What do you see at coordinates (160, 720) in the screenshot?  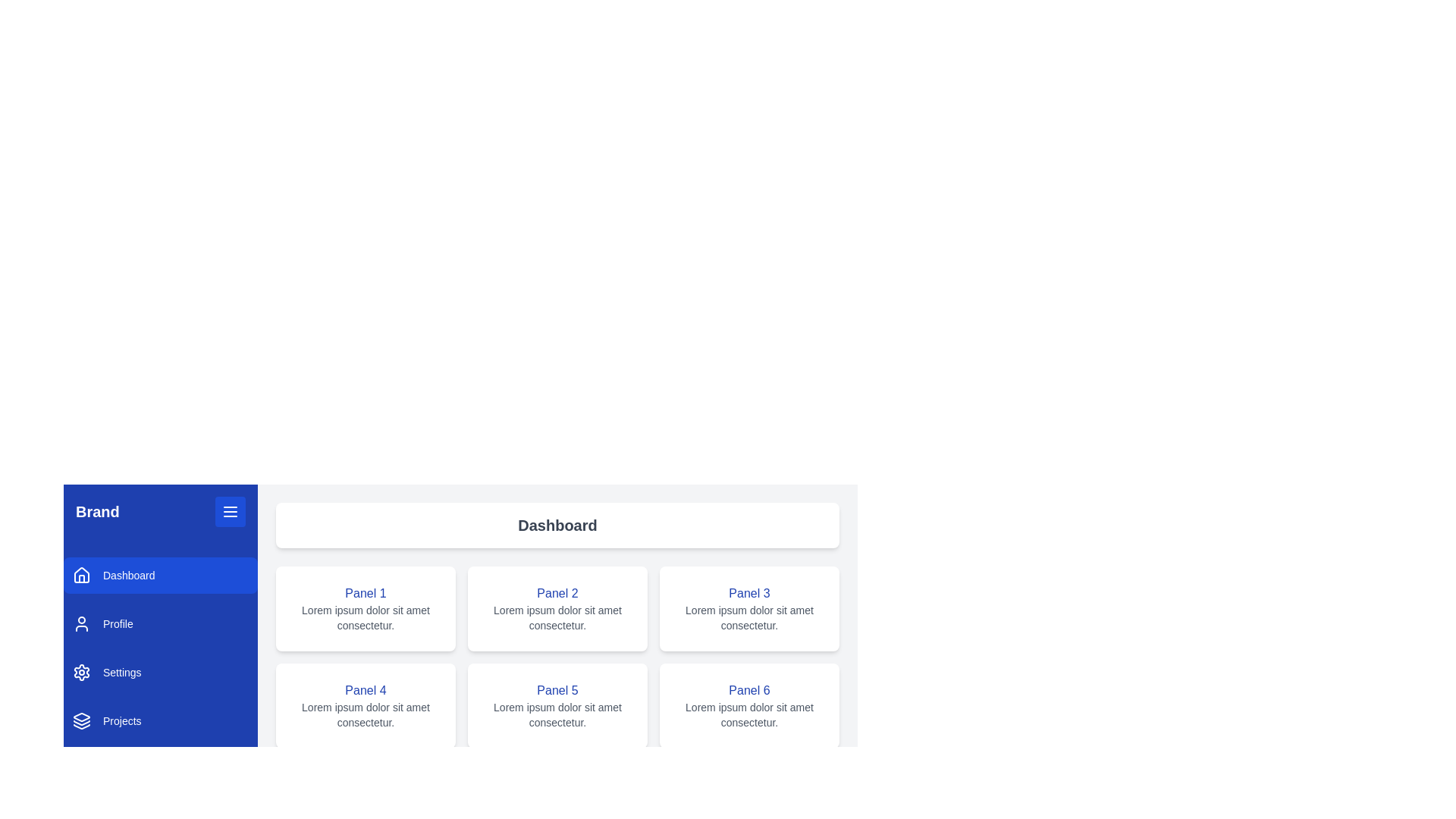 I see `the 'Projects' menu item in the vertical navigation menu, which is the fourth item after 'Settings' and is highlighted with a blue background and a notification dot` at bounding box center [160, 720].